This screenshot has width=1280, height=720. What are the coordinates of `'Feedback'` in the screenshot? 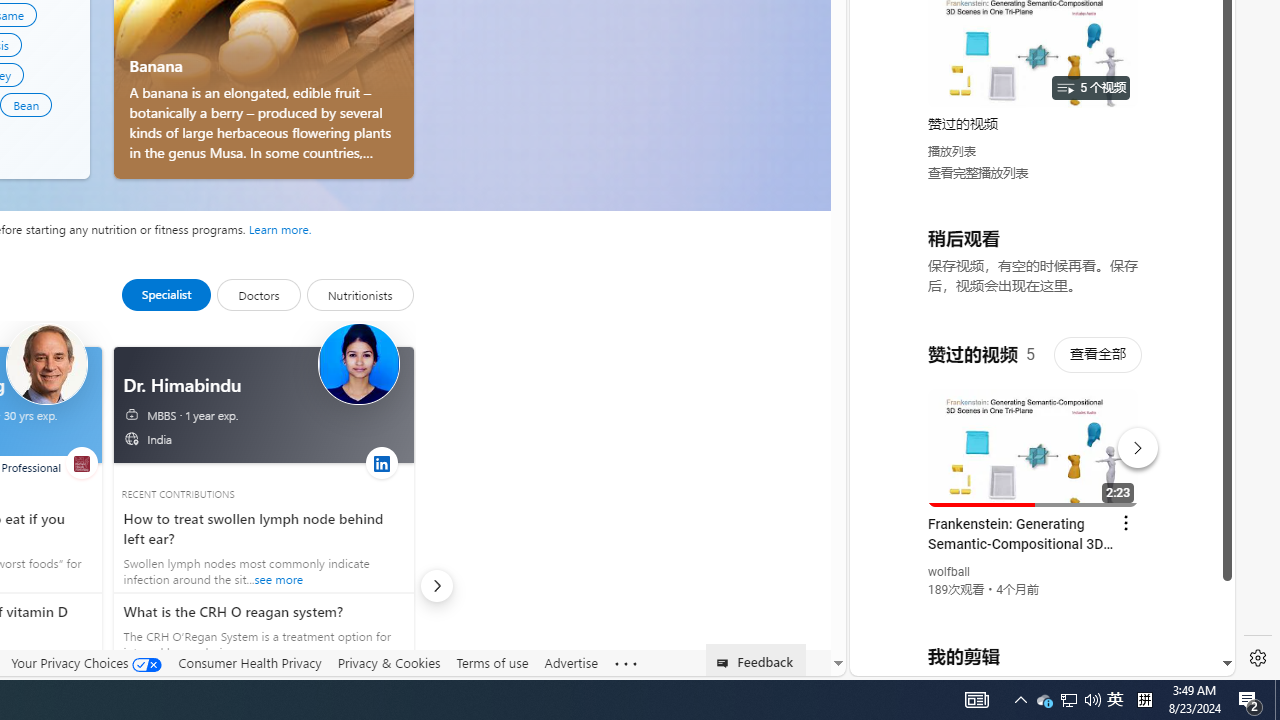 It's located at (755, 659).